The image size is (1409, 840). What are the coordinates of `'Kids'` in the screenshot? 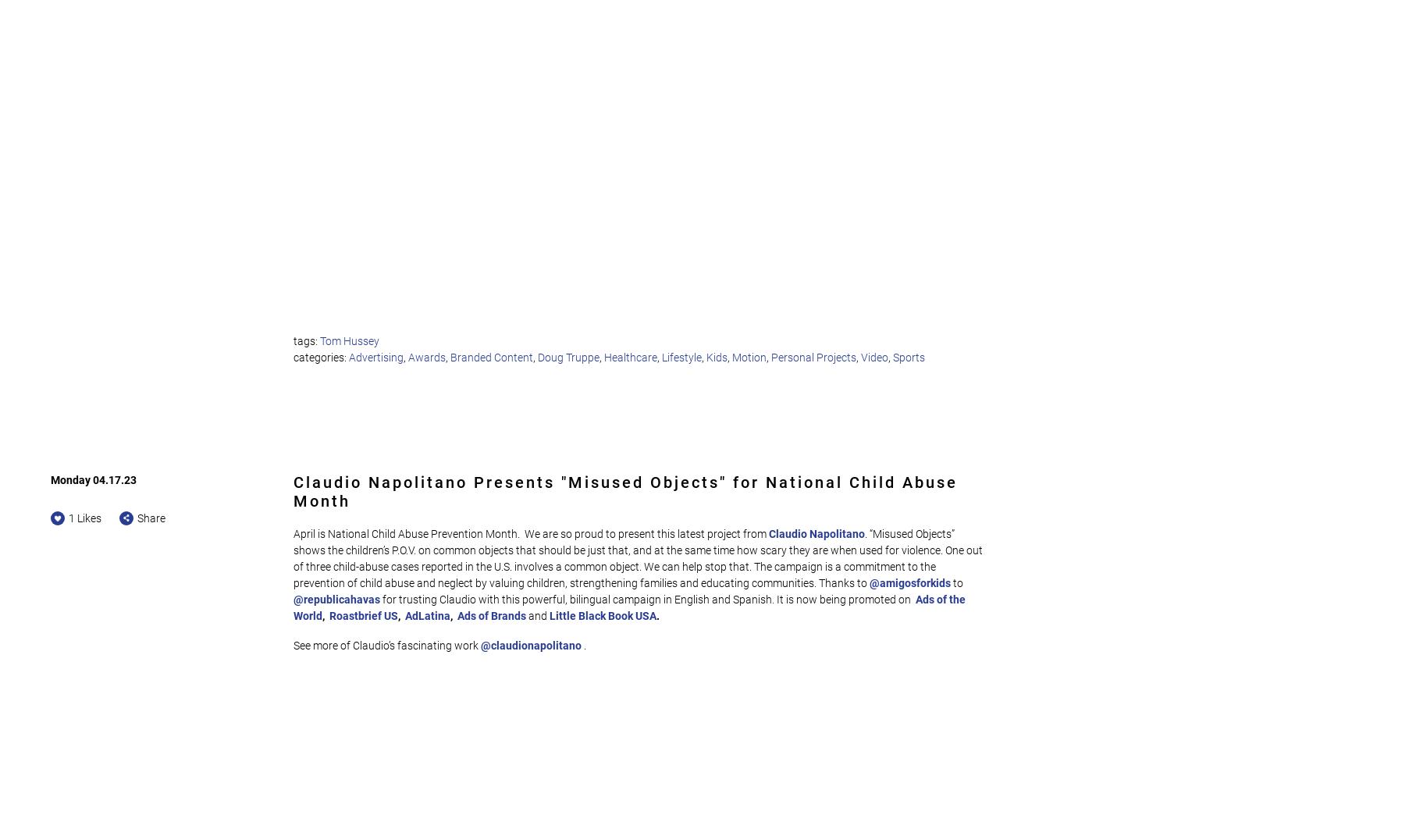 It's located at (717, 355).